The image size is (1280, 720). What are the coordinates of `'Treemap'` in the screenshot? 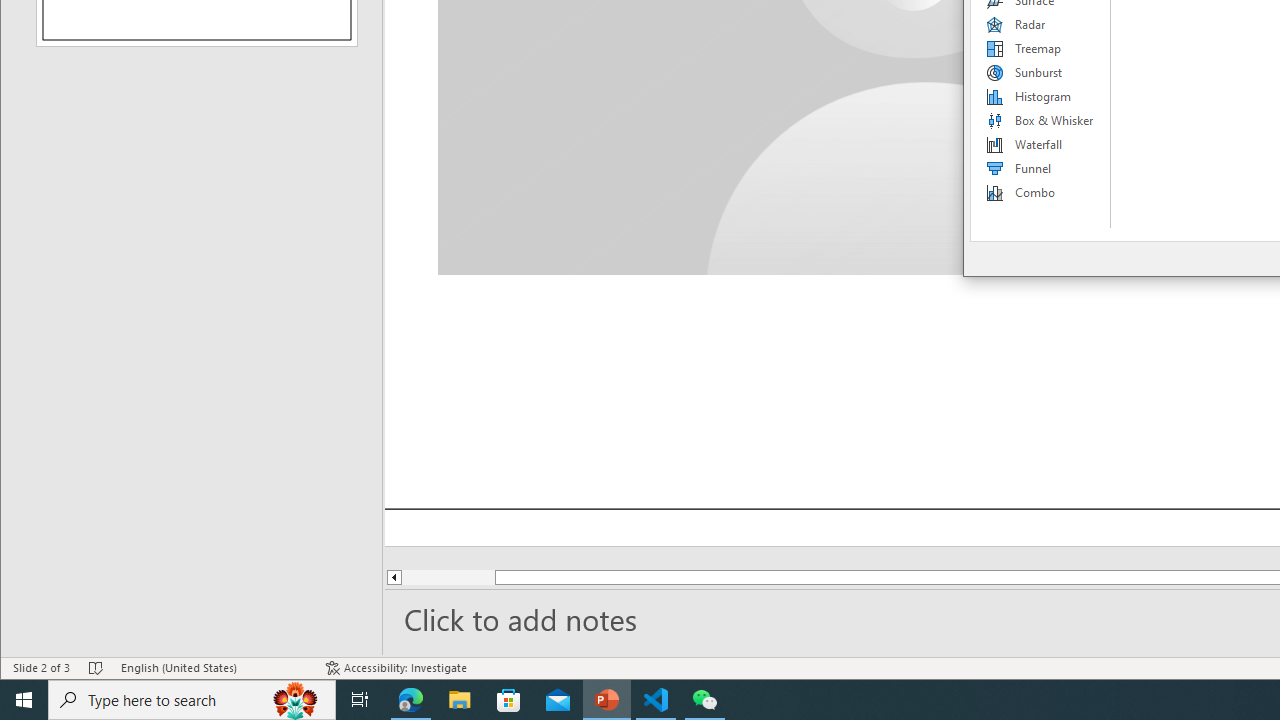 It's located at (1040, 47).